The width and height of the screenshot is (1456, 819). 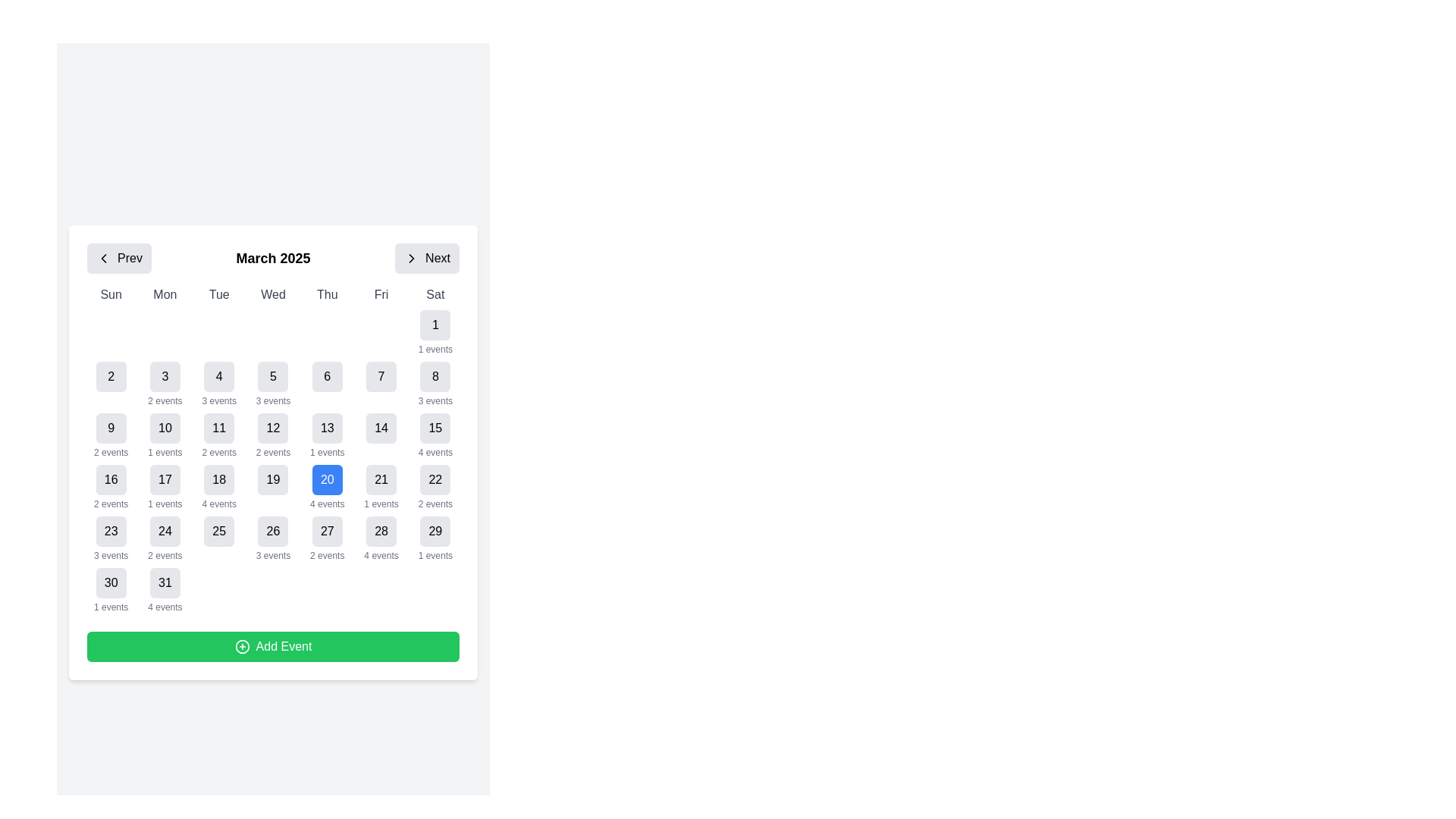 What do you see at coordinates (165, 555) in the screenshot?
I see `the text label that reads '2 events', which is styled in gray and positioned beneath the date button '24' in the fifth row and third column of the calendar grid` at bounding box center [165, 555].